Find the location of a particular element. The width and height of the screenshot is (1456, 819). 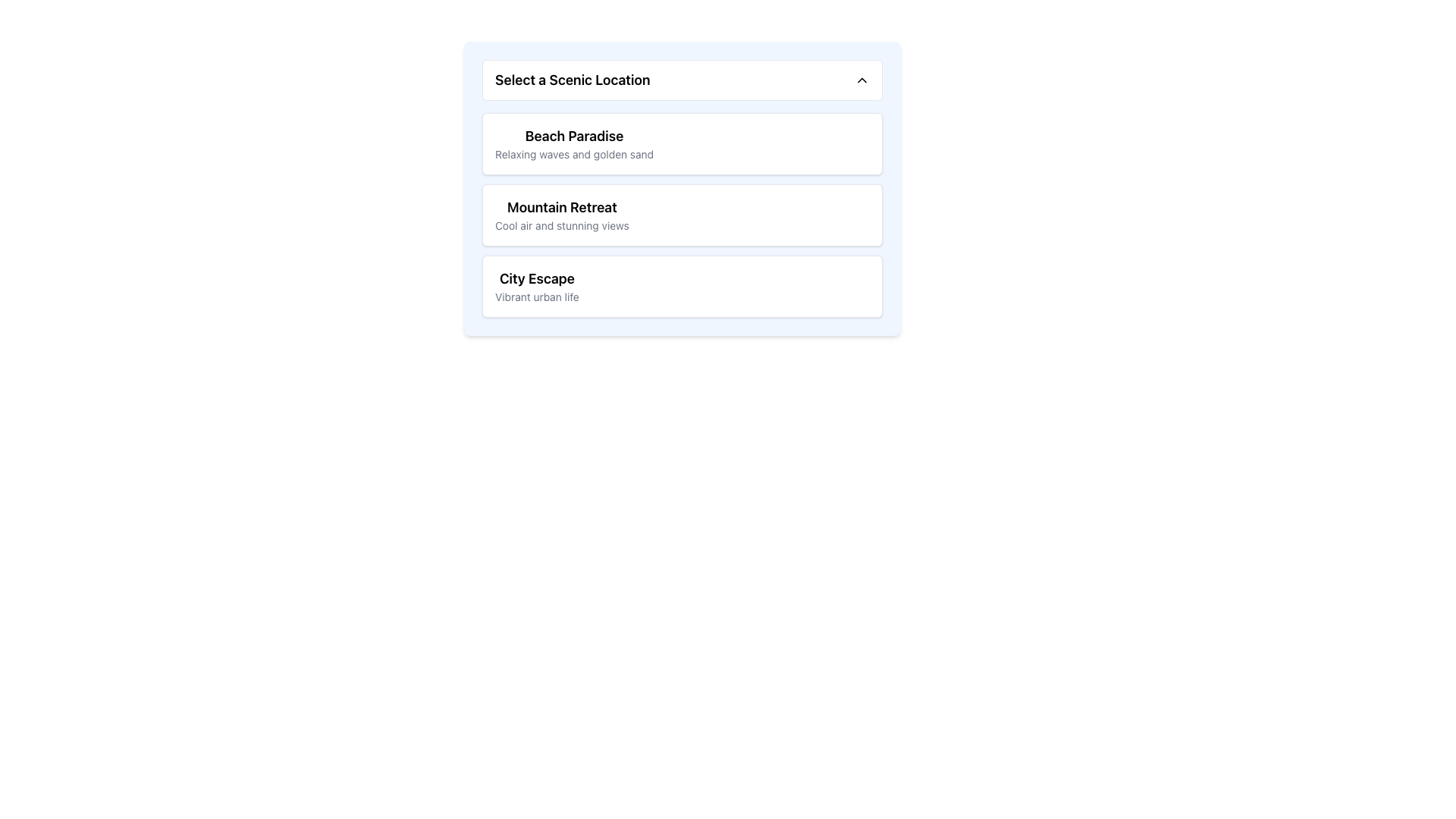

the Text Label that provides additional descriptive information about the 'City Escape' option, located directly below its sibling element is located at coordinates (537, 297).